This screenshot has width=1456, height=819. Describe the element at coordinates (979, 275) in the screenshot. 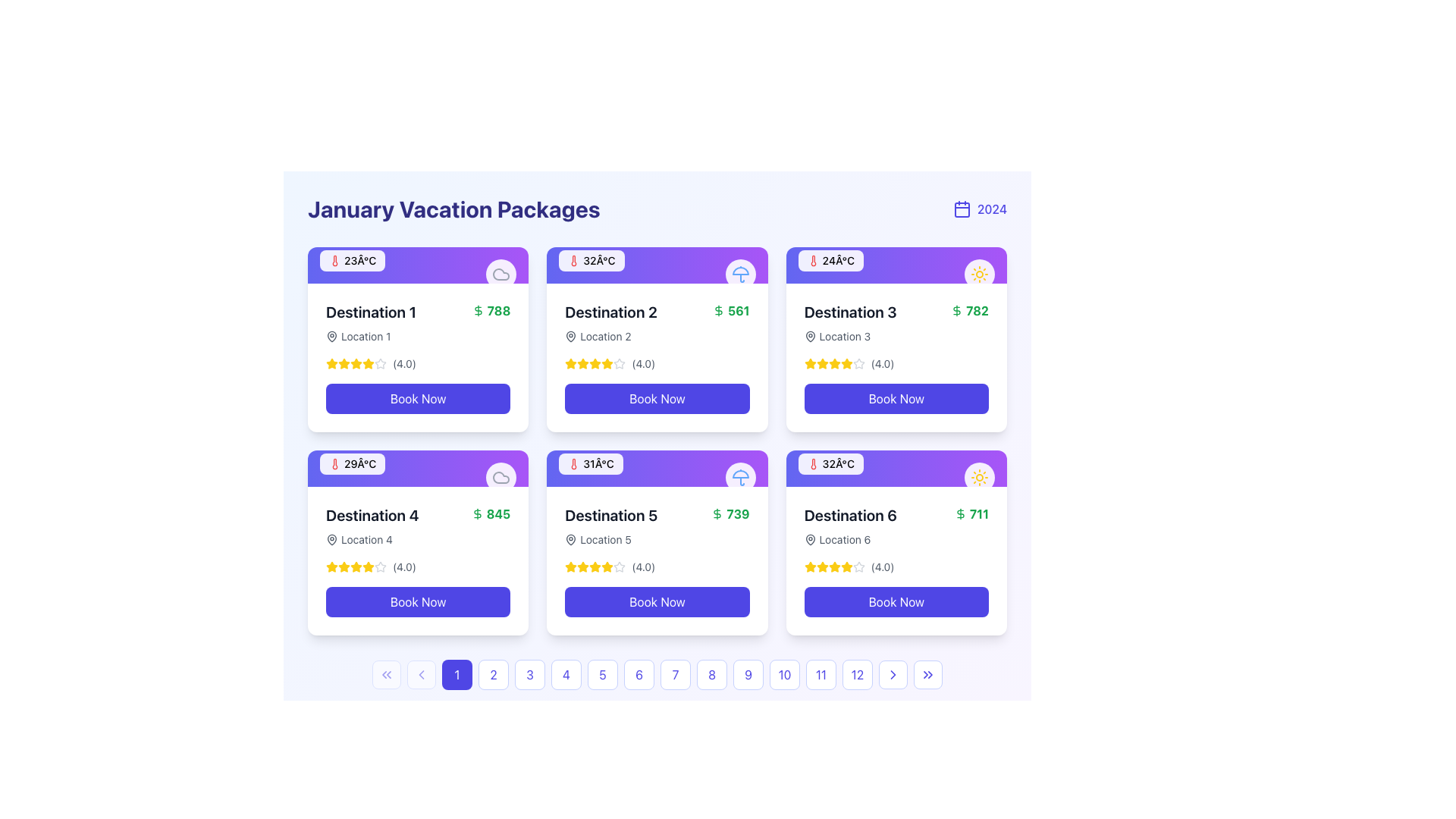

I see `the circular yellow sun icon located in the top-right corner of the 'Destination 3' card for additional information` at that location.